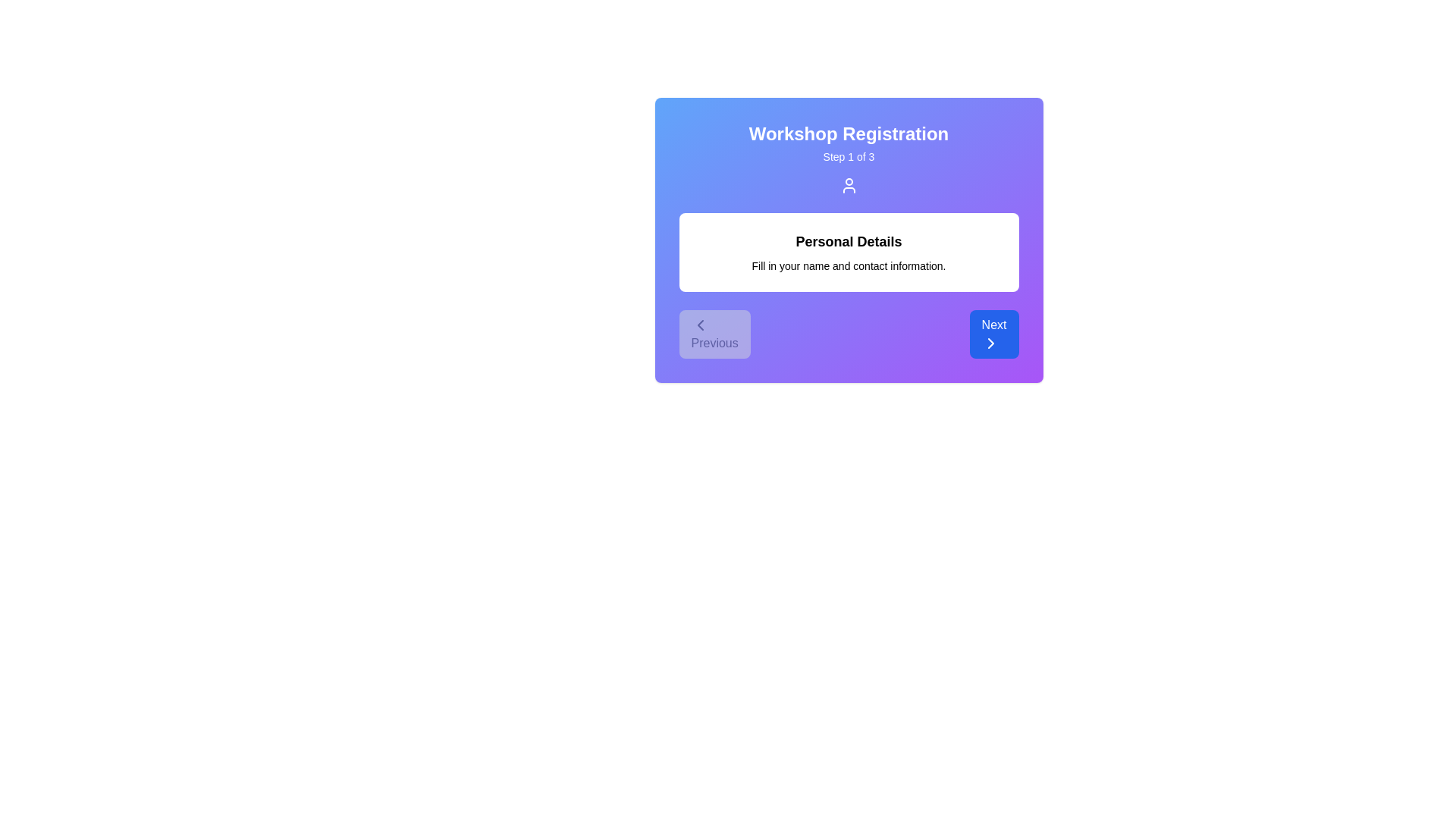  I want to click on the left-pointing chevron icon located inside the 'Previous' button at the bottom left of the registration form interface, so click(699, 324).